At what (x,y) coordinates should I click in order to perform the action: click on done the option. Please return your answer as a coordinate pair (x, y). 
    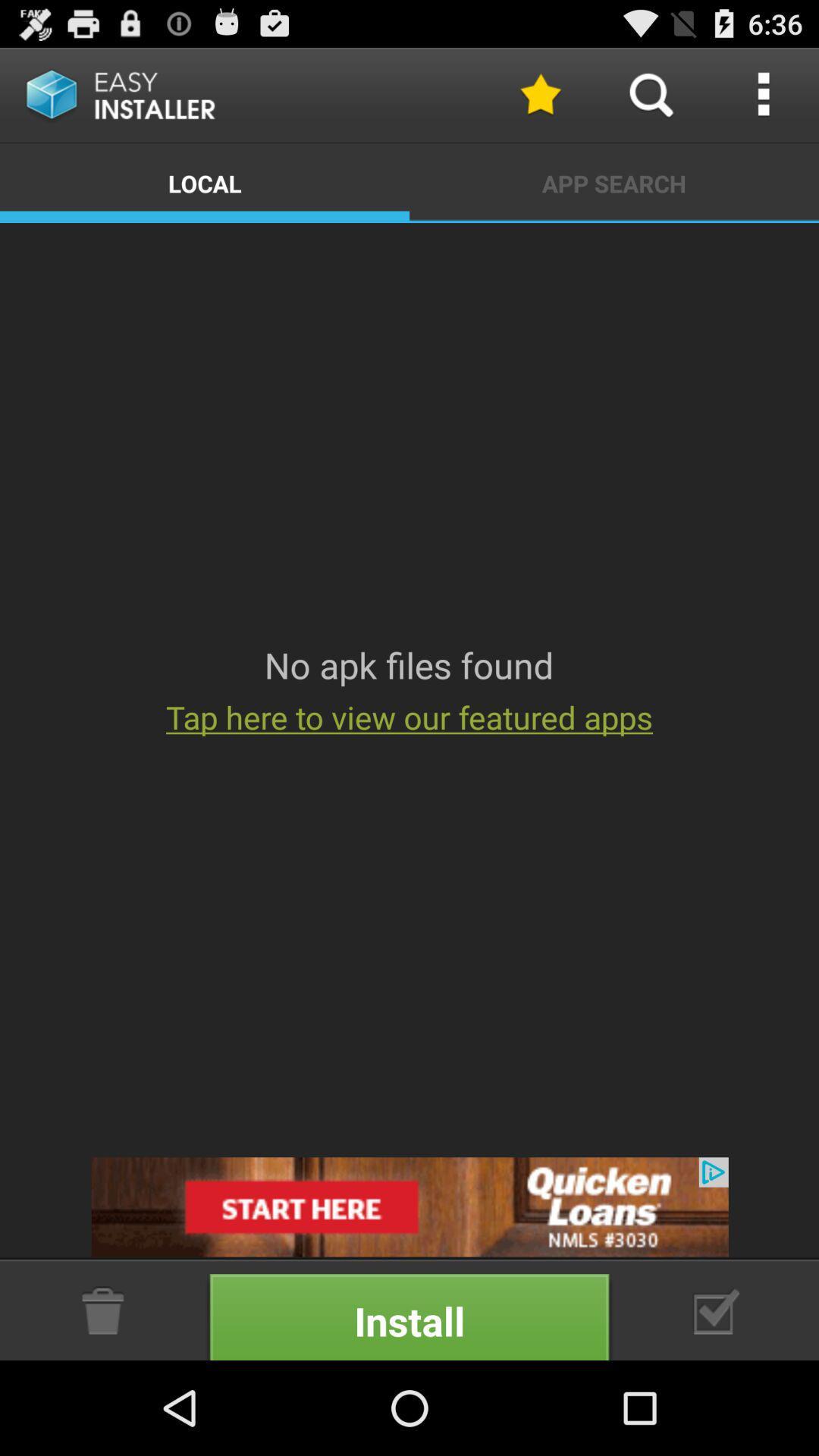
    Looking at the image, I should click on (717, 1310).